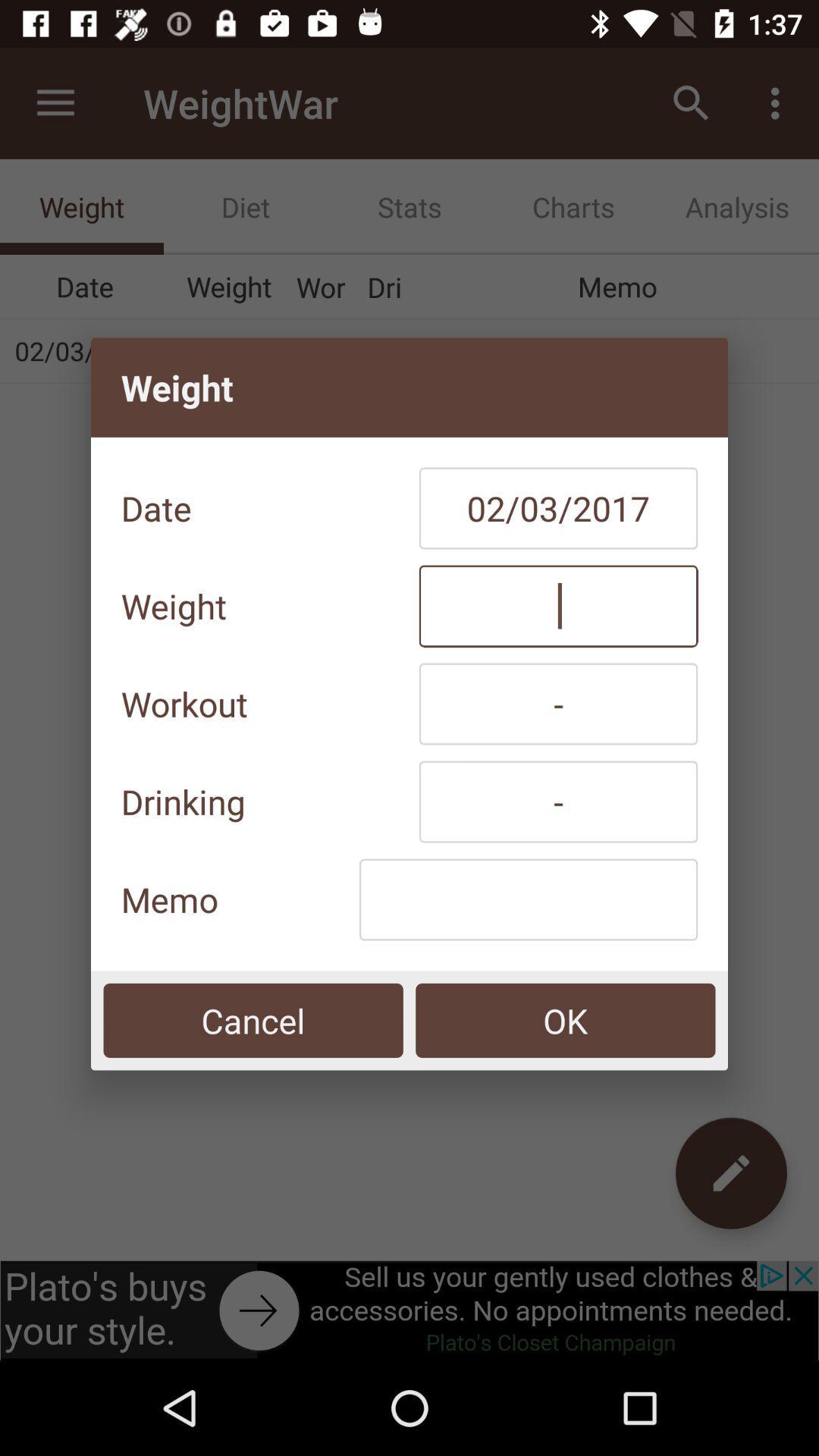  I want to click on the icon next to ok item, so click(253, 1020).